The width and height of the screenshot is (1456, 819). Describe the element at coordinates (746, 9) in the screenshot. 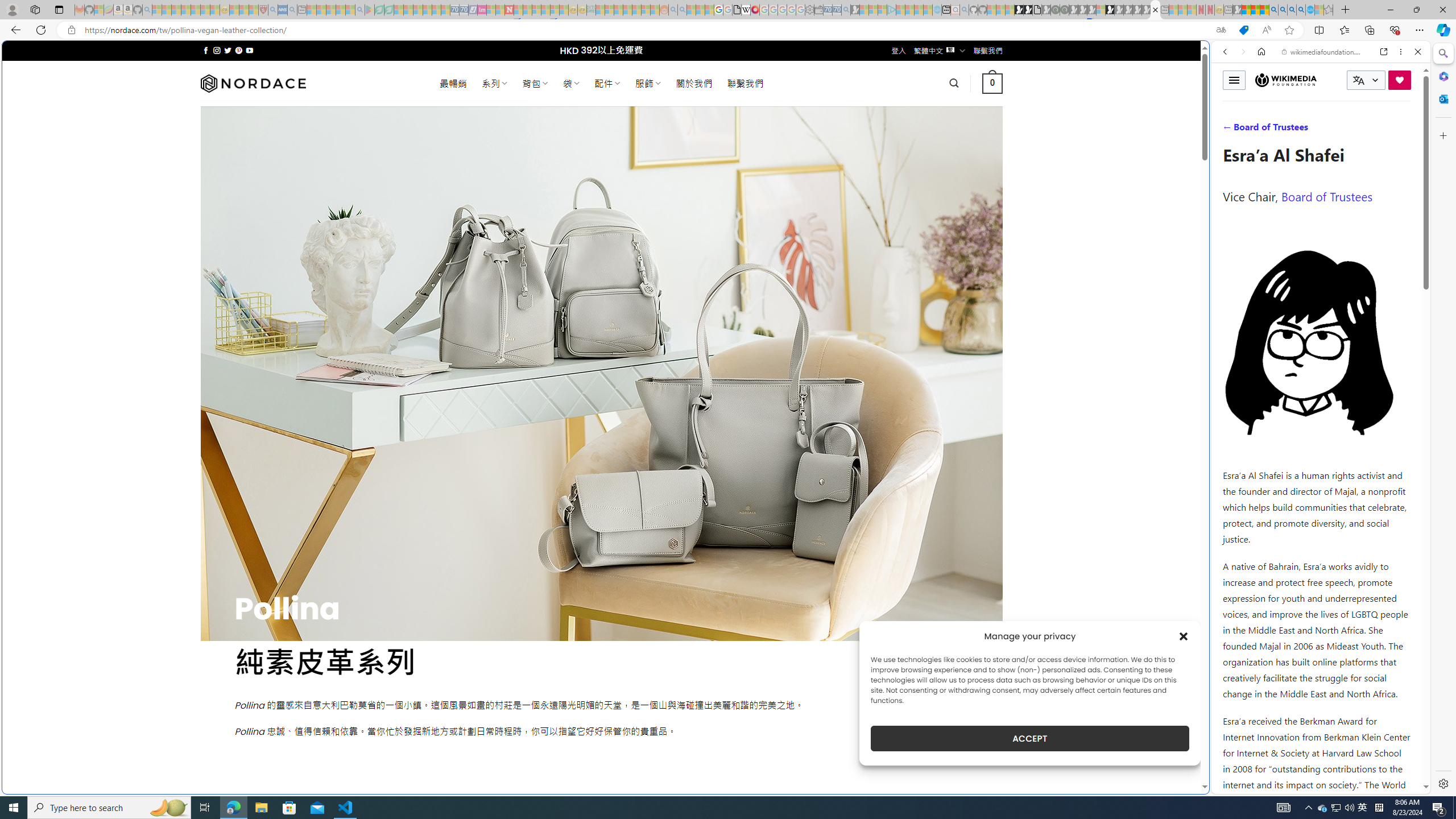

I see `'Target page - Wikipedia'` at that location.